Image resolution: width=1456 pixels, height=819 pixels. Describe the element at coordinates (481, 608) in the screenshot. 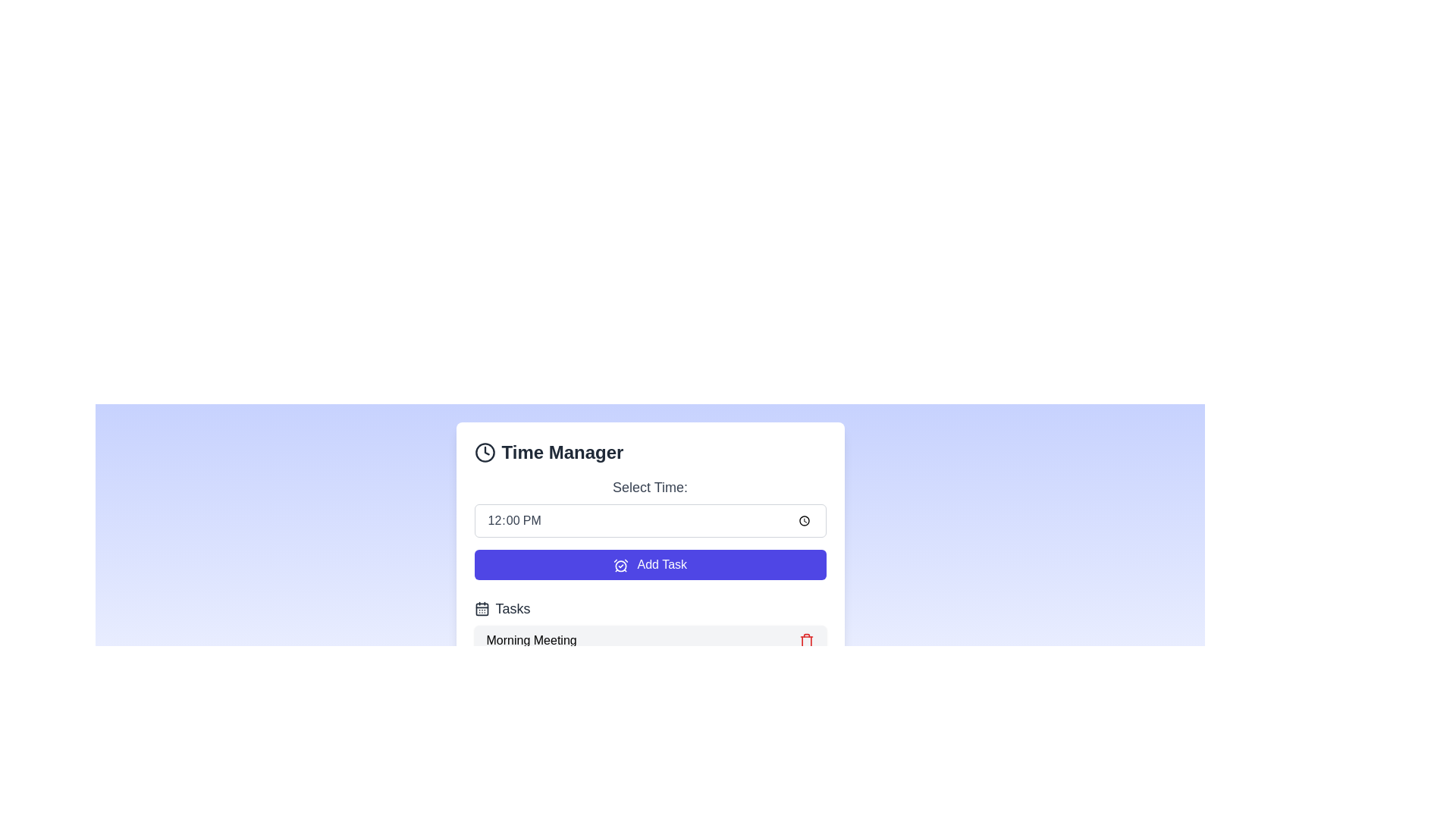

I see `the icon background component, which is a rectangle with rounded corners located` at that location.